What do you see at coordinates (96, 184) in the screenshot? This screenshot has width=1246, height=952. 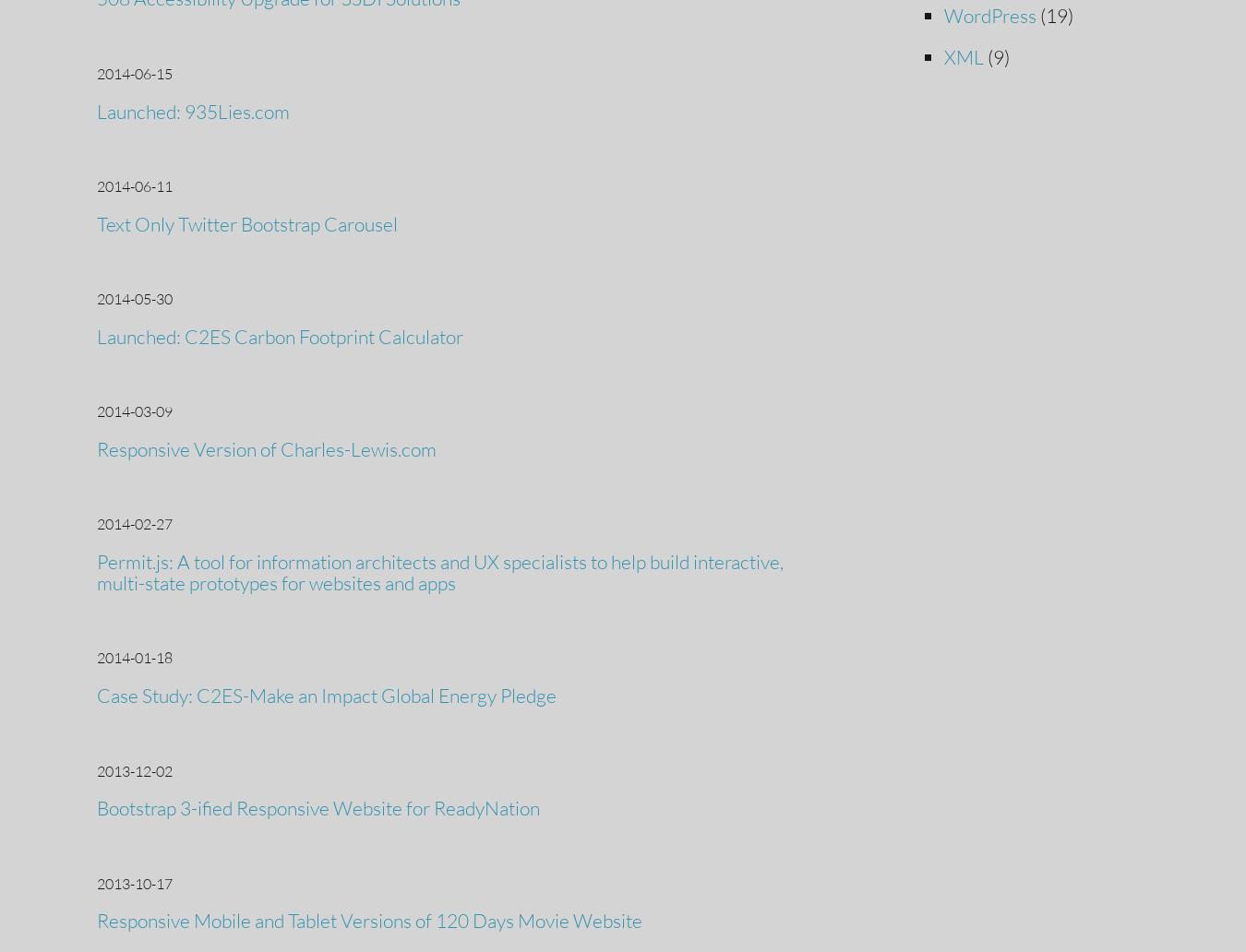 I see `'2014-06-11'` at bounding box center [96, 184].